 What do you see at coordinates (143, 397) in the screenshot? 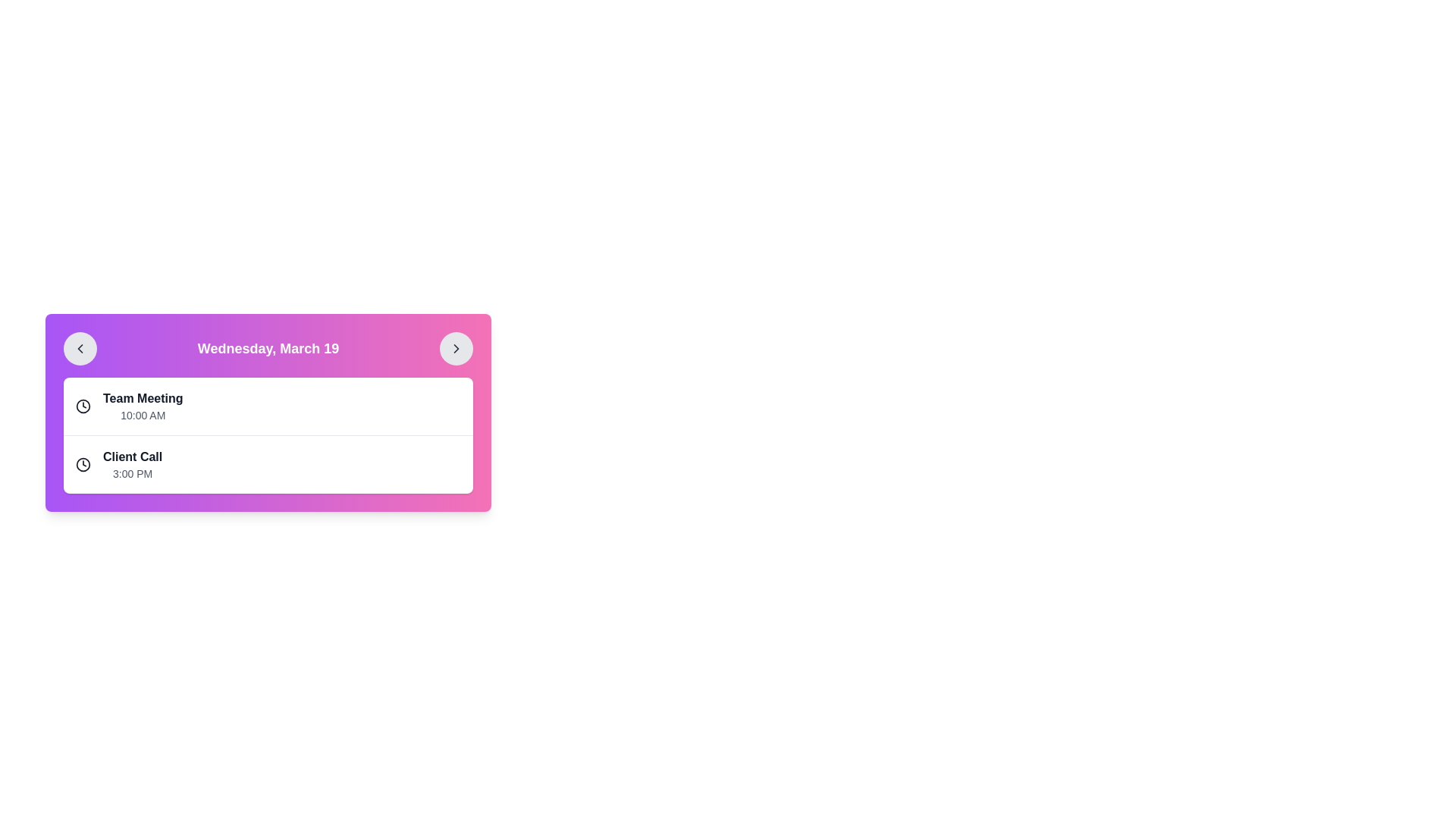
I see `bold black text displaying 'Team Meeting' located at the top of the event block within a white card layout` at bounding box center [143, 397].